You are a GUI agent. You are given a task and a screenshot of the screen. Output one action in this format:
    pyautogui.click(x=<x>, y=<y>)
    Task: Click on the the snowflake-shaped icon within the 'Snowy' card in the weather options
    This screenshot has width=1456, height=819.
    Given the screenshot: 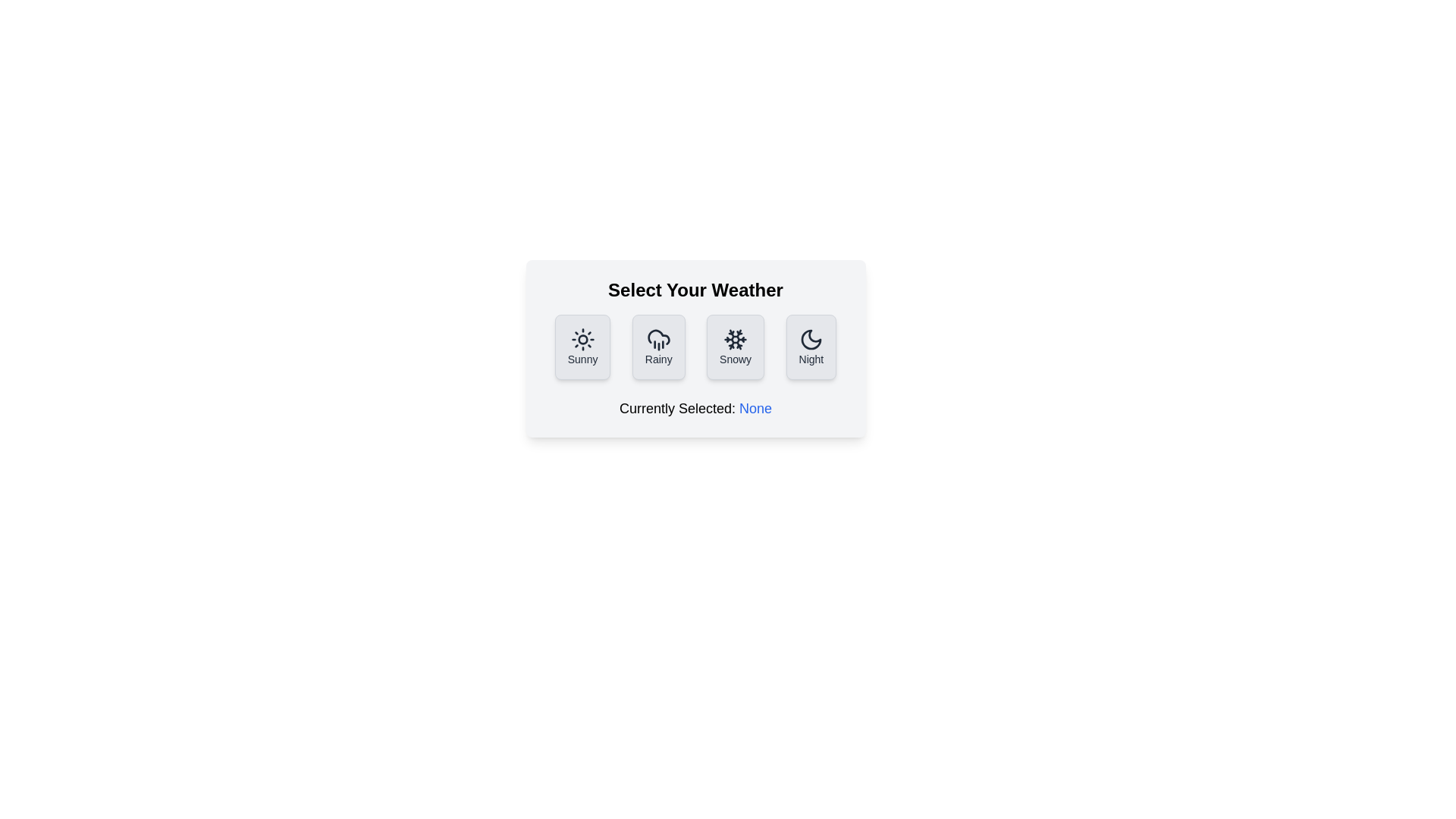 What is the action you would take?
    pyautogui.click(x=736, y=338)
    